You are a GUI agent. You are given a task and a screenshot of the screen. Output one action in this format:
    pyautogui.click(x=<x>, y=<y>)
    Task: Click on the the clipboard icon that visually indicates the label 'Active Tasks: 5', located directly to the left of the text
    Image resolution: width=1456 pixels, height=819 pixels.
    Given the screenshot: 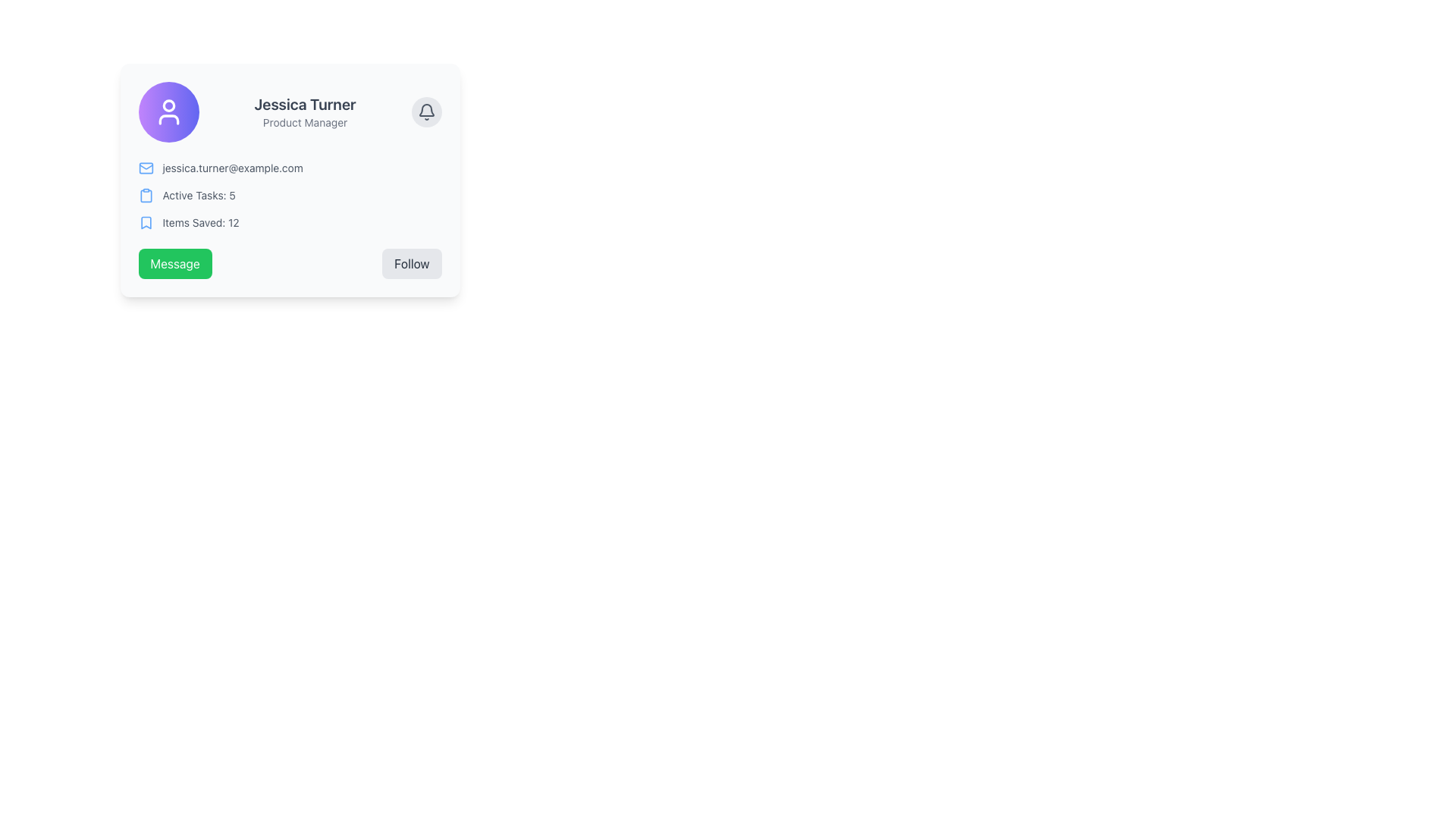 What is the action you would take?
    pyautogui.click(x=146, y=195)
    